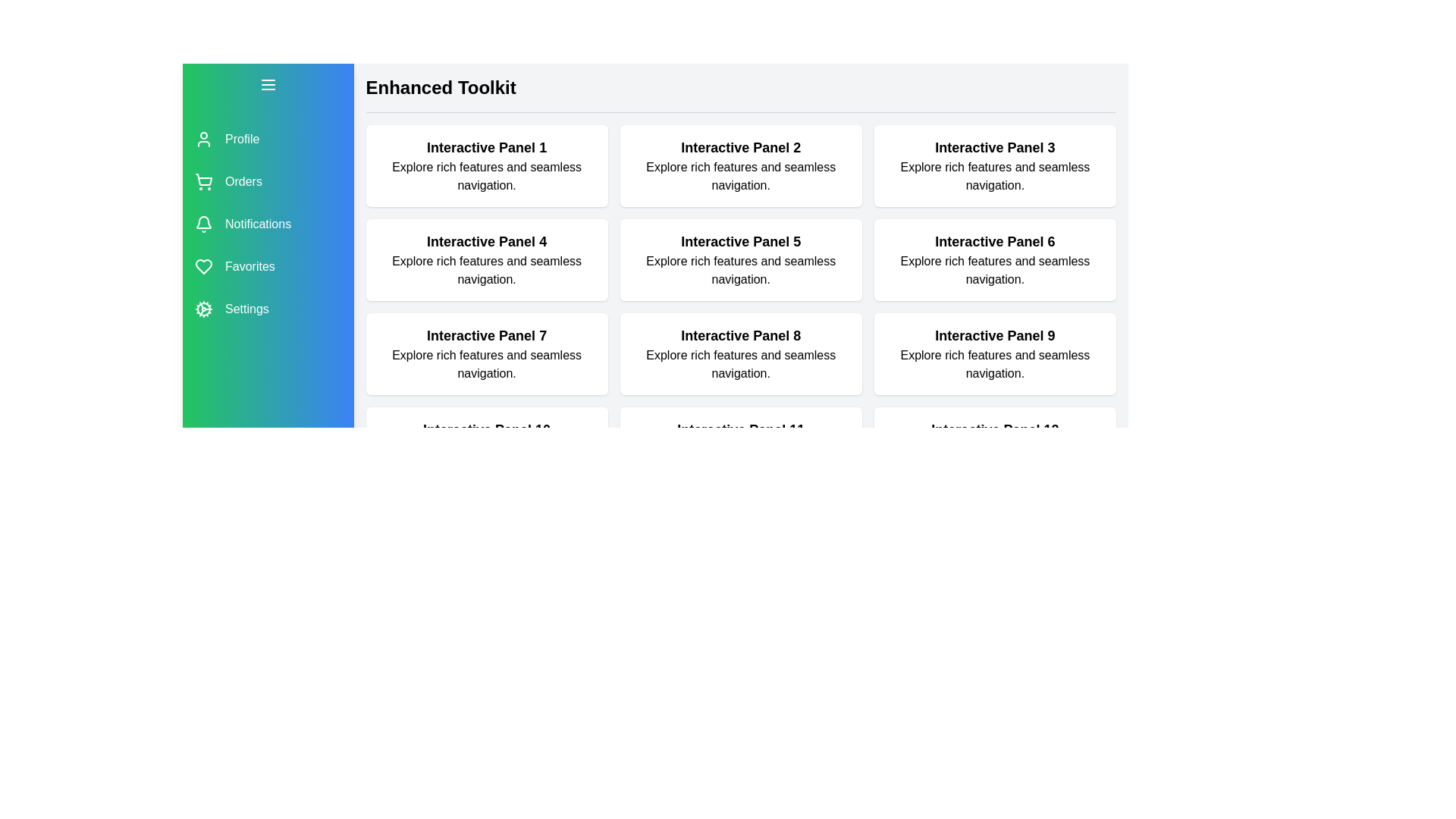 The width and height of the screenshot is (1456, 819). I want to click on the menu toggle button to toggle its visibility, so click(268, 84).